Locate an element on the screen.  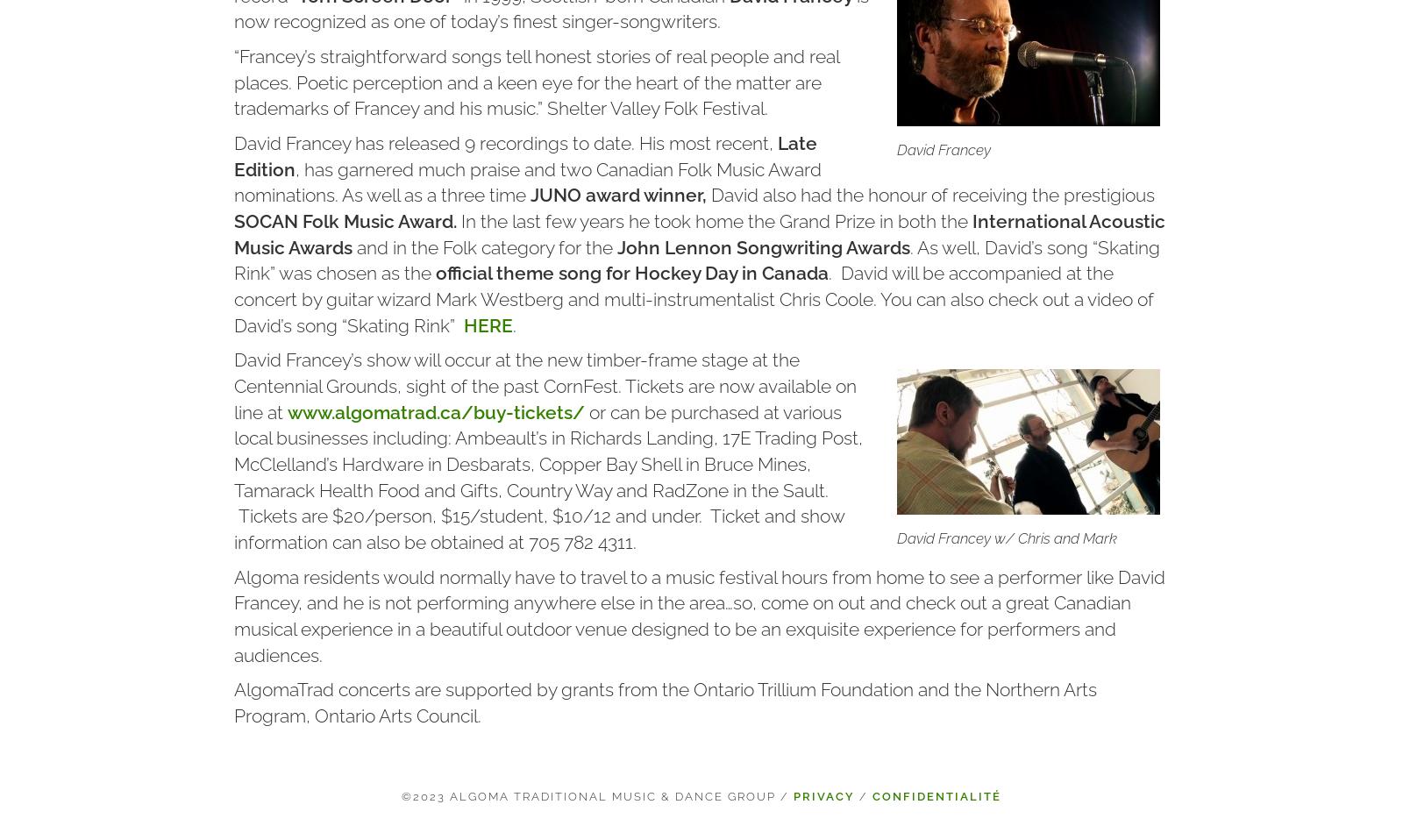
'AlgomaTrad concerts are supported by grants from the Ontario Trillium Foundation and the Northern Arts Program, Ontario Arts Council.' is located at coordinates (233, 701).